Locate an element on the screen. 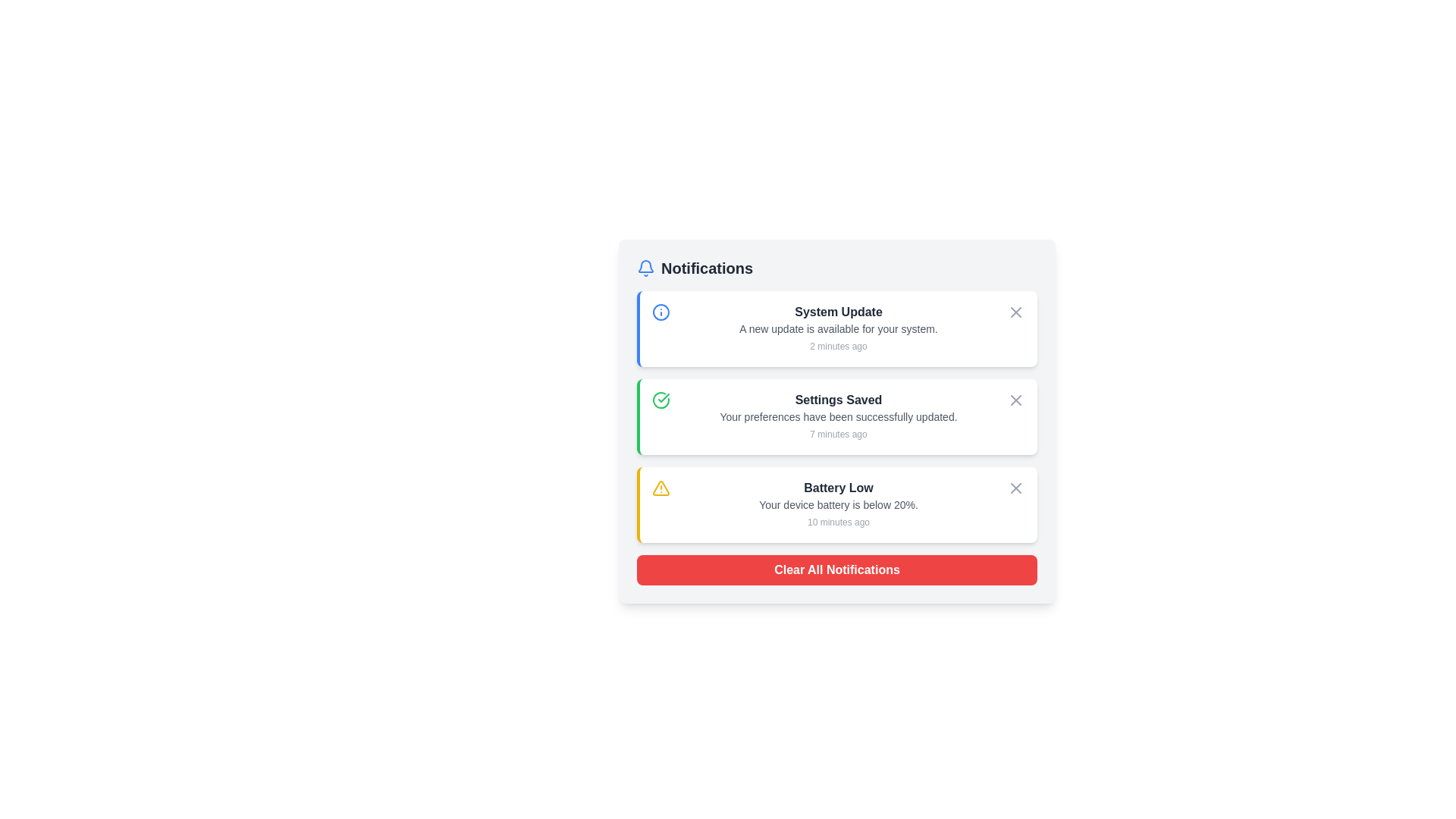 Image resolution: width=1456 pixels, height=819 pixels. the first notification in the list of notifications is located at coordinates (837, 328).